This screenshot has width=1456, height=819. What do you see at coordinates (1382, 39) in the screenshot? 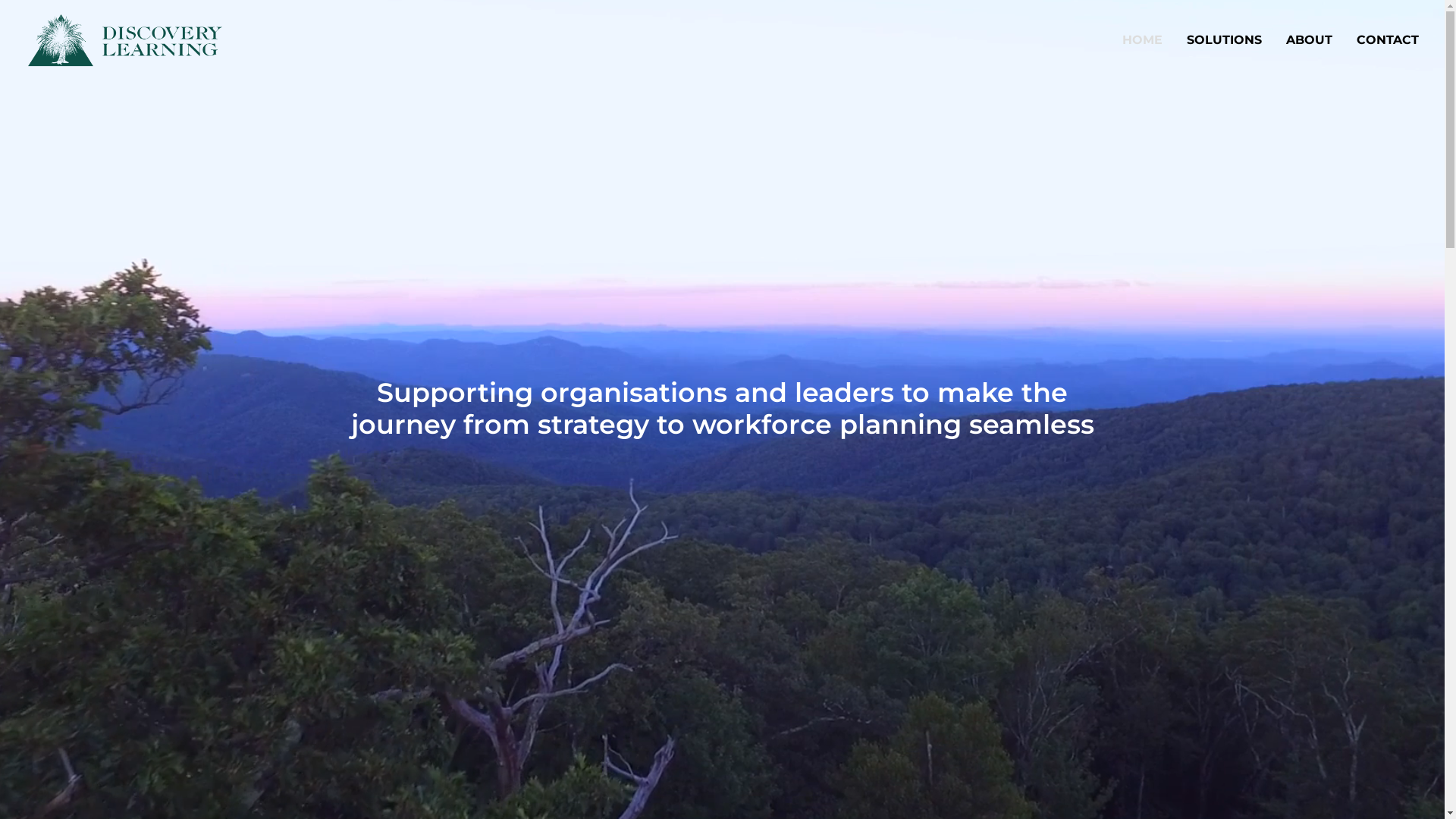
I see `'CONTACT'` at bounding box center [1382, 39].